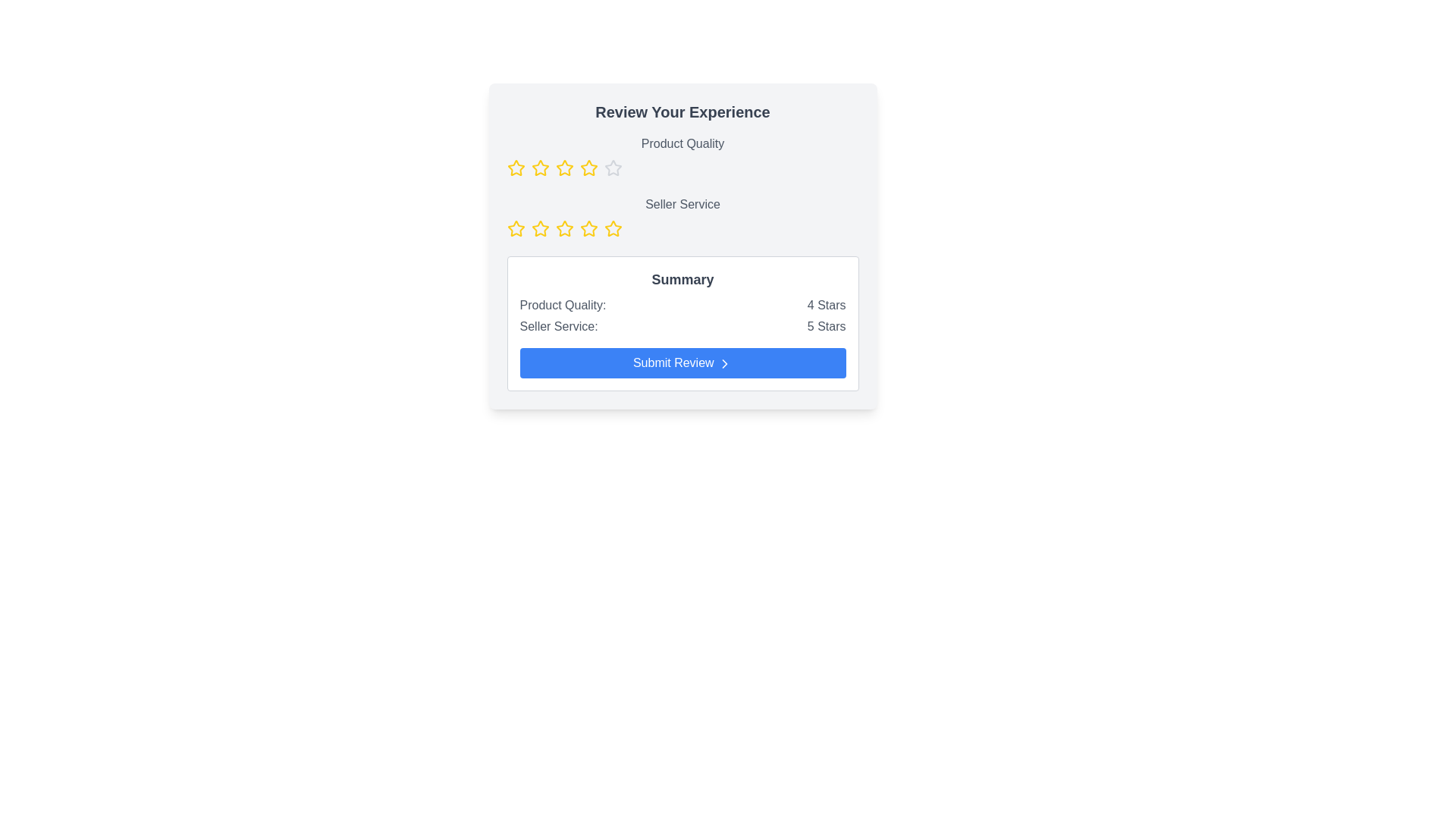 This screenshot has height=819, width=1456. Describe the element at coordinates (588, 168) in the screenshot. I see `the fourth star-shaped rating icon, which is yellow and part of the 'Product Quality' section` at that location.